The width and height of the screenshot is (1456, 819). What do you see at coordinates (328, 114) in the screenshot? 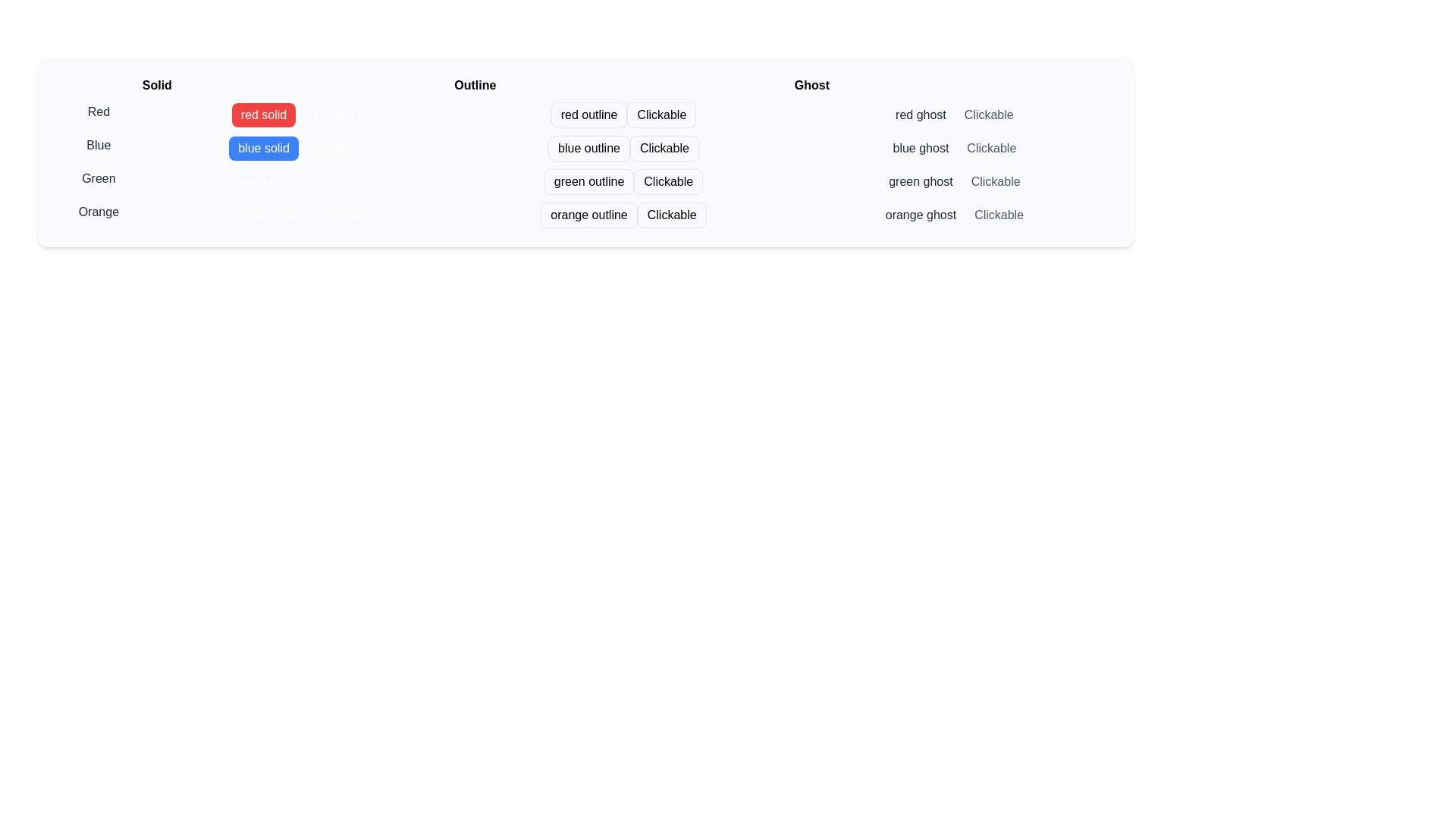
I see `the button labeled 'Clickable' located in the first row of the 'Solid' column, positioned to the right of the 'red solid' button` at bounding box center [328, 114].